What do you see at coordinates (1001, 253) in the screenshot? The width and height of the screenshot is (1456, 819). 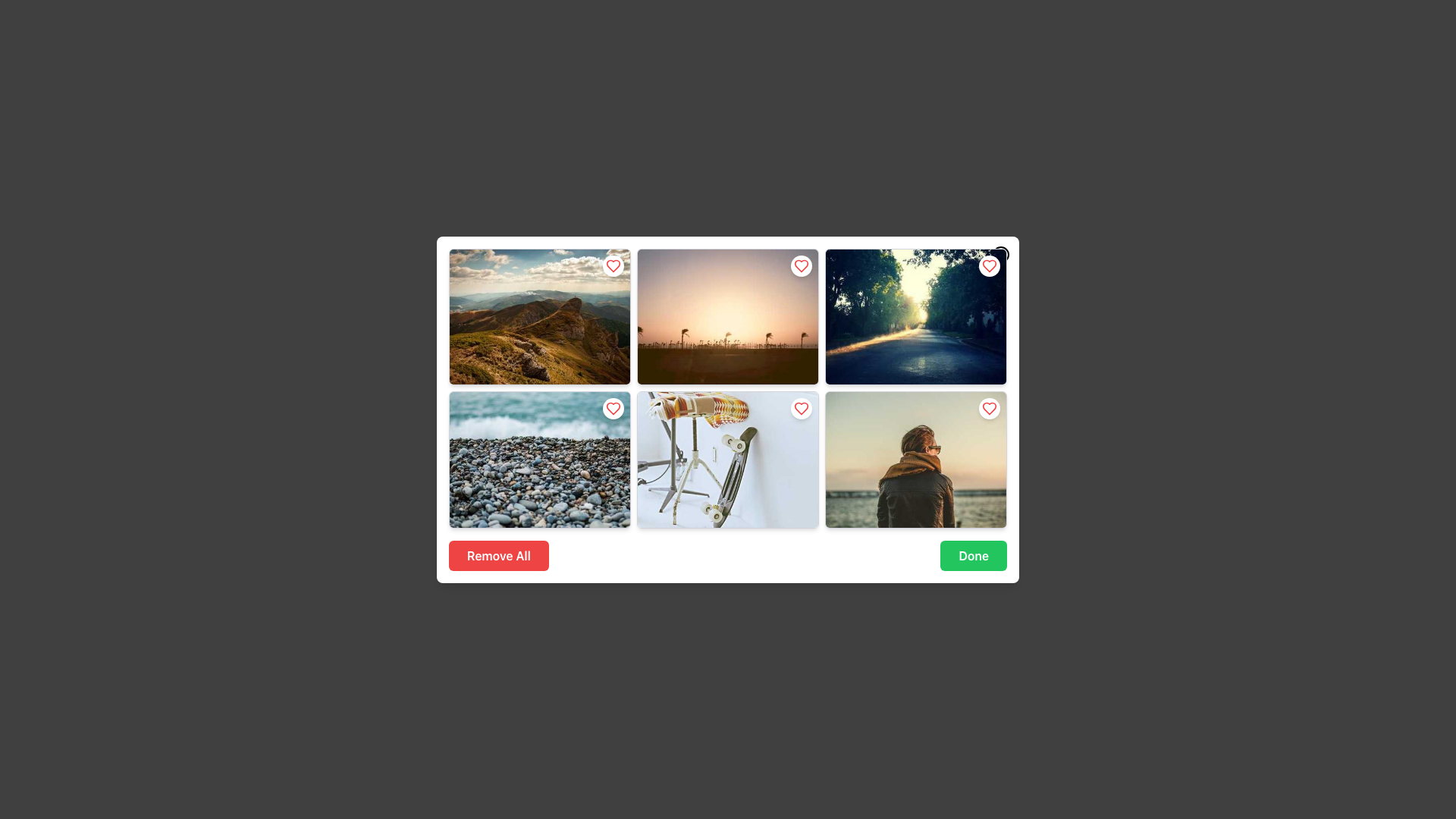 I see `the circular vector graphic element located in the upper-right corner of the rightmost image in the second row of a grid layout, which is styled with a thin stroke and contains a cross inside` at bounding box center [1001, 253].